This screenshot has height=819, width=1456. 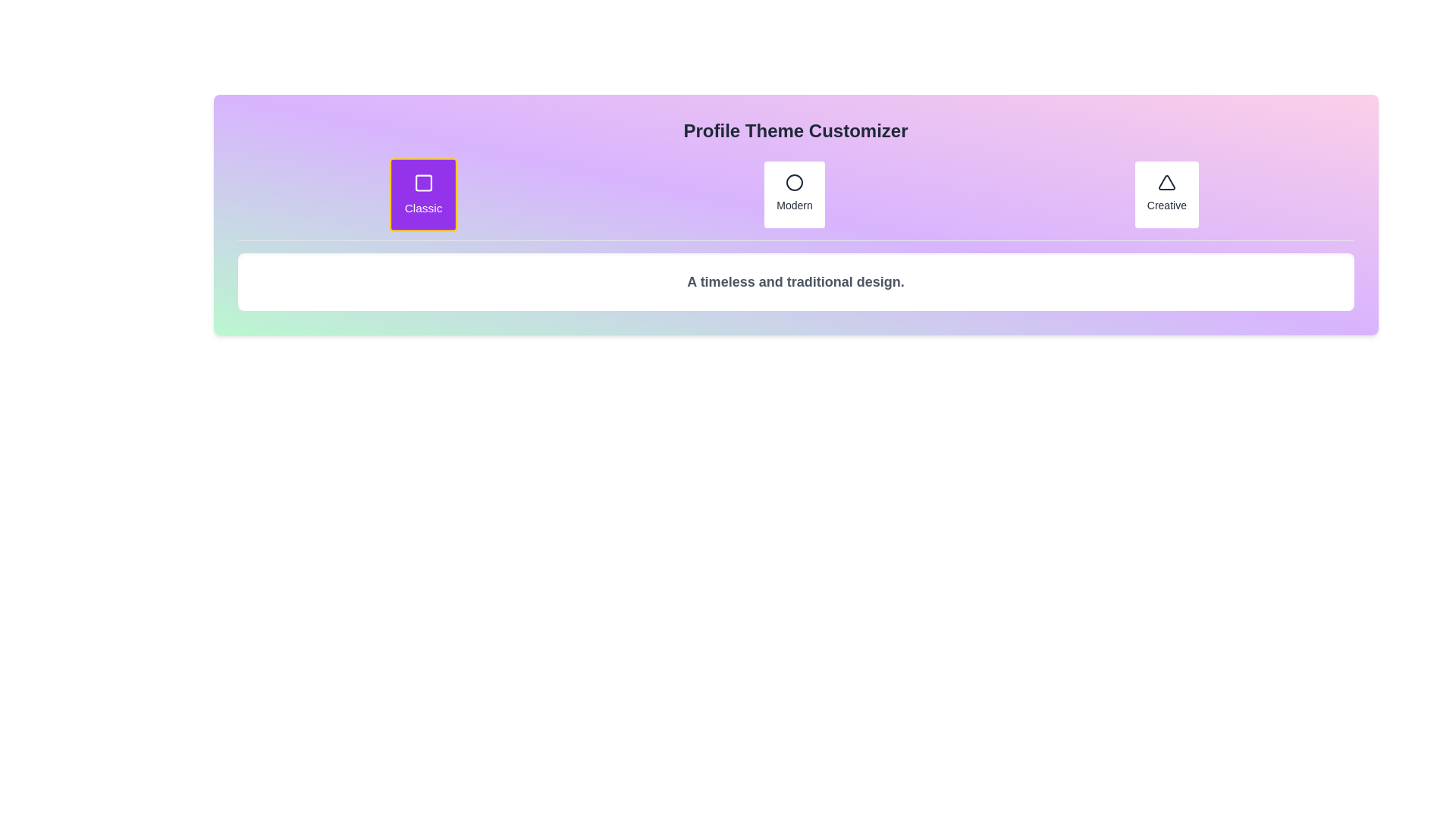 I want to click on the 'Modern' theme button in the Profile Theme Customizer, so click(x=793, y=194).